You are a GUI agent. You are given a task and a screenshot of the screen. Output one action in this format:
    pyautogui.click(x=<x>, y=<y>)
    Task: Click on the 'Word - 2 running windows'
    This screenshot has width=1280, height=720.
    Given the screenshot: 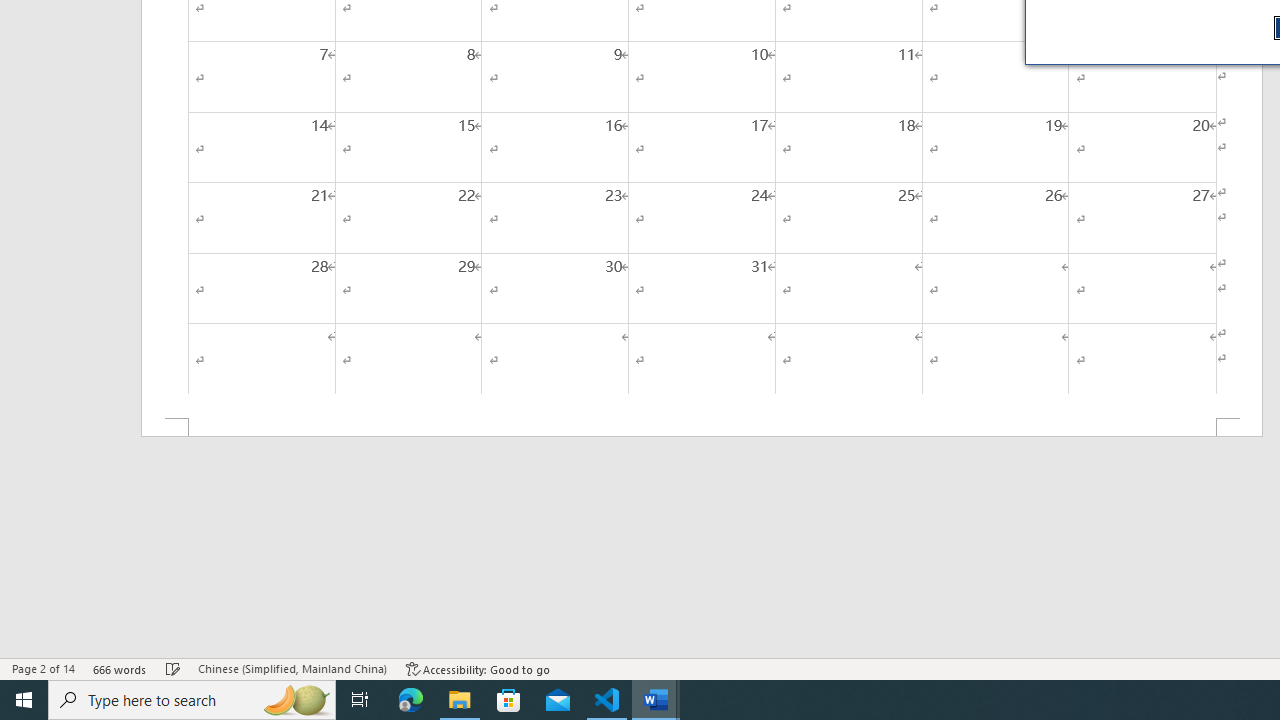 What is the action you would take?
    pyautogui.click(x=656, y=698)
    